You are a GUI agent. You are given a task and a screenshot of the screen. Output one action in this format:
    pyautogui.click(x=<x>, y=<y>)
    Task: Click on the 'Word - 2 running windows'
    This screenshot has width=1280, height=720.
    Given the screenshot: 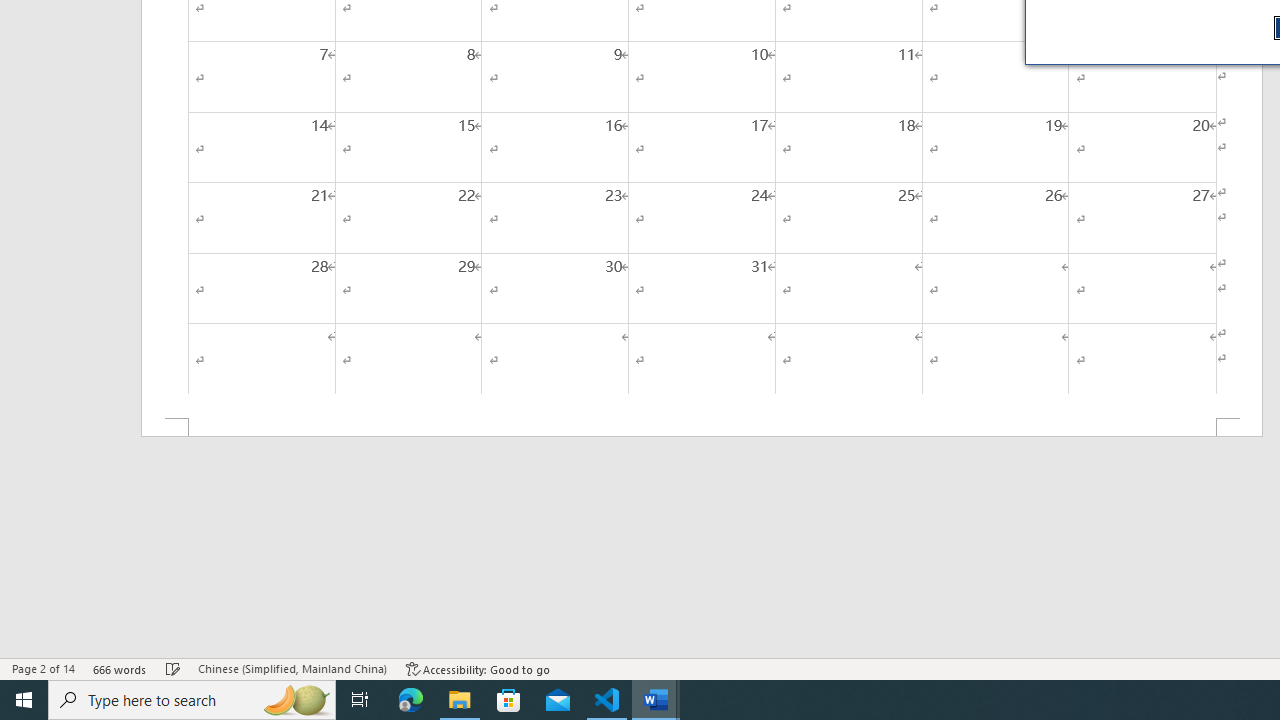 What is the action you would take?
    pyautogui.click(x=656, y=698)
    